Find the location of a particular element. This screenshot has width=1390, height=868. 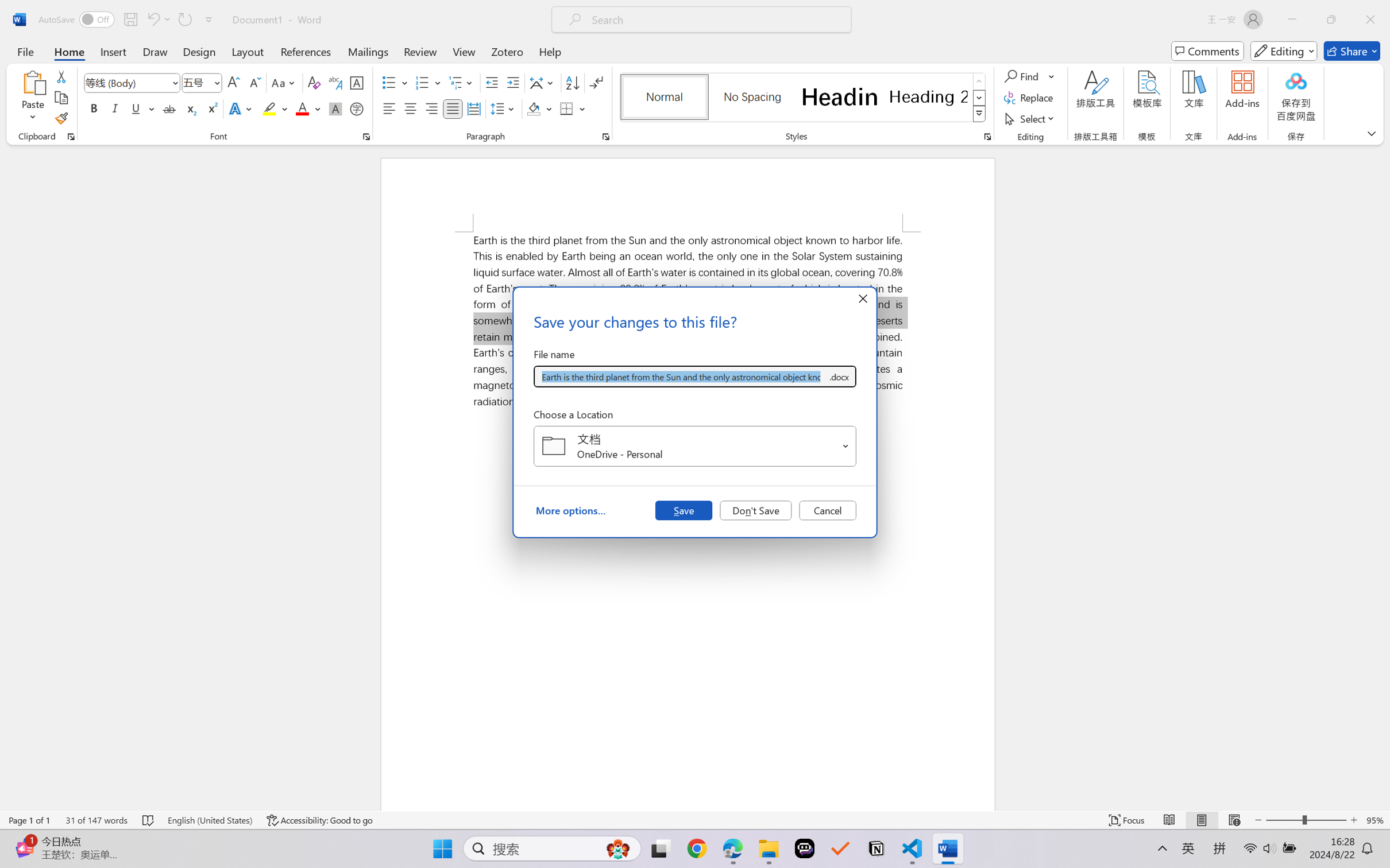

'Paragraph...' is located at coordinates (605, 136).